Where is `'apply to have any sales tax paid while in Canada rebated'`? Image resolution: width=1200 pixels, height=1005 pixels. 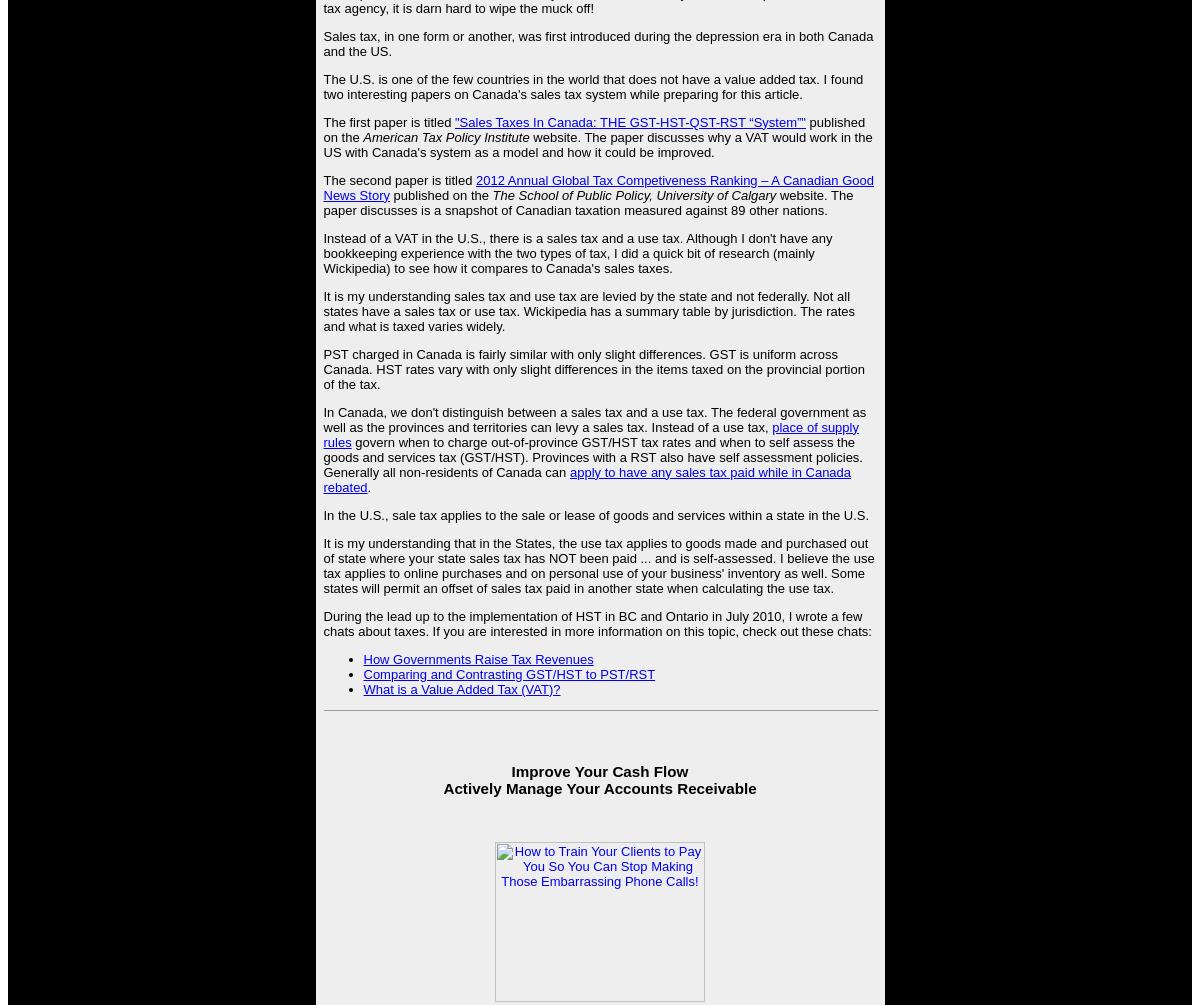 'apply to have any sales tax paid while in Canada rebated' is located at coordinates (586, 478).